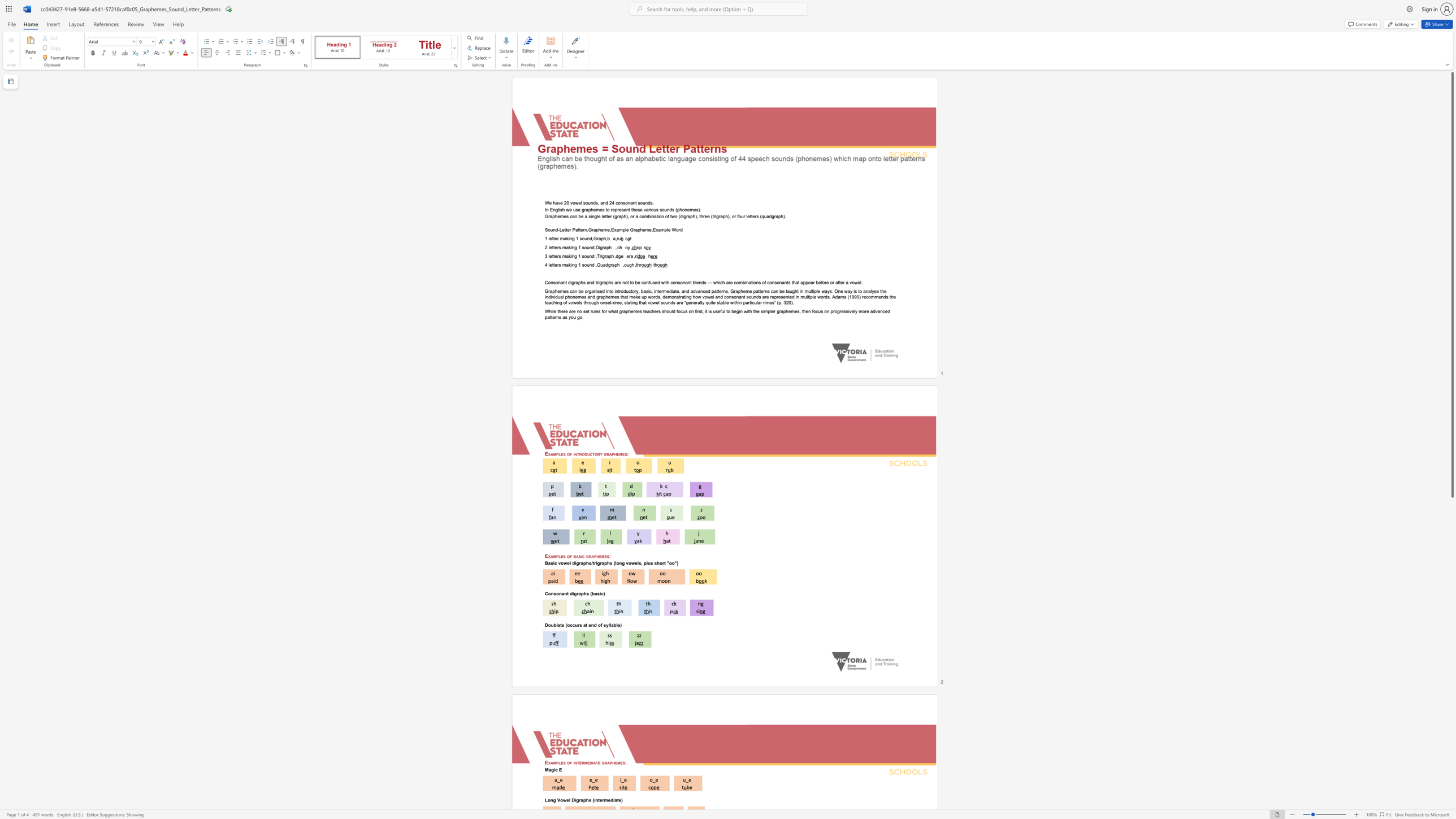  What do you see at coordinates (1451, 697) in the screenshot?
I see `the scrollbar to scroll the page down` at bounding box center [1451, 697].